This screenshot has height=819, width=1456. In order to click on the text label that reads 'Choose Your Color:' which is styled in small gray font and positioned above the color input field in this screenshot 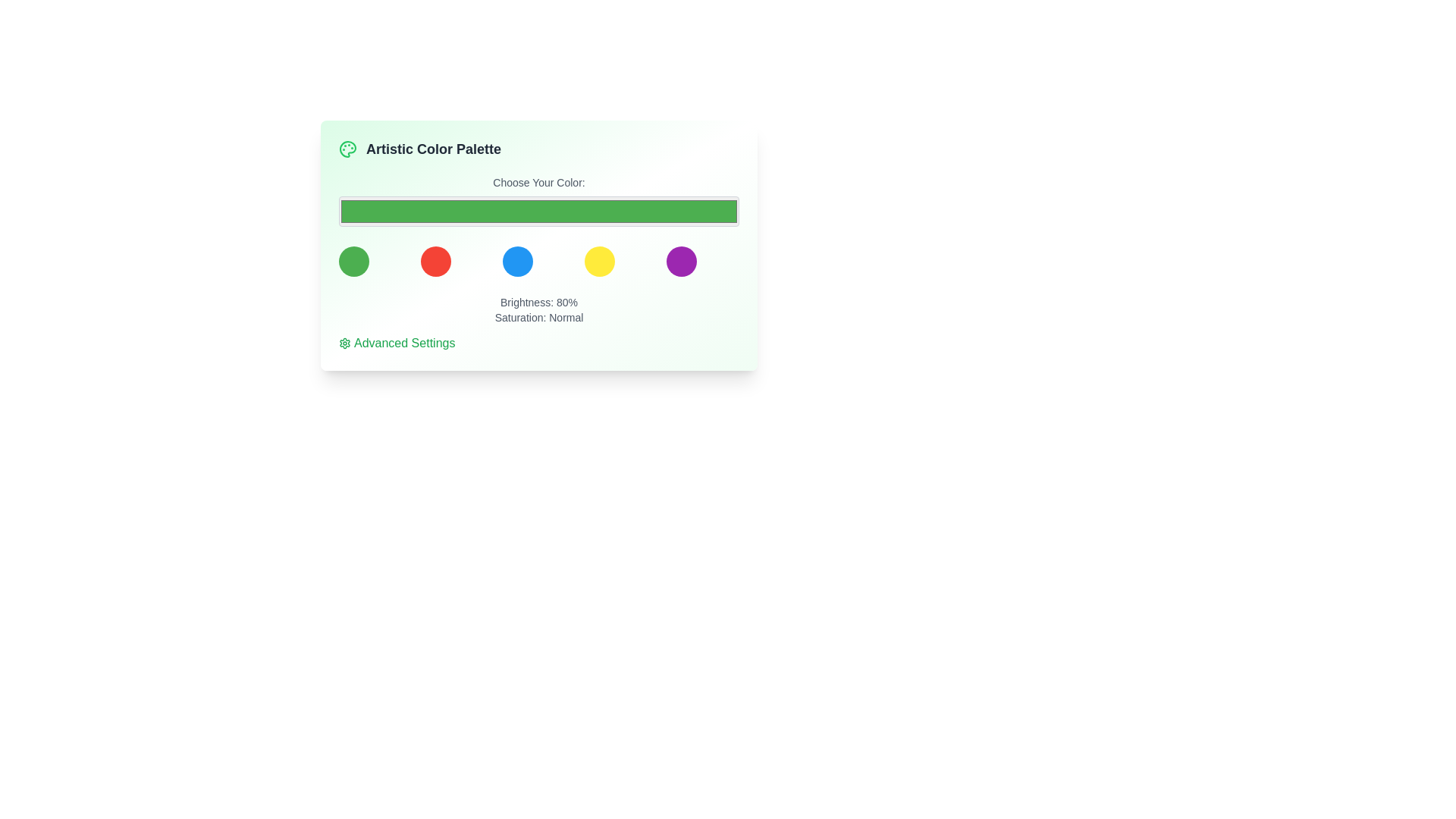, I will do `click(538, 181)`.